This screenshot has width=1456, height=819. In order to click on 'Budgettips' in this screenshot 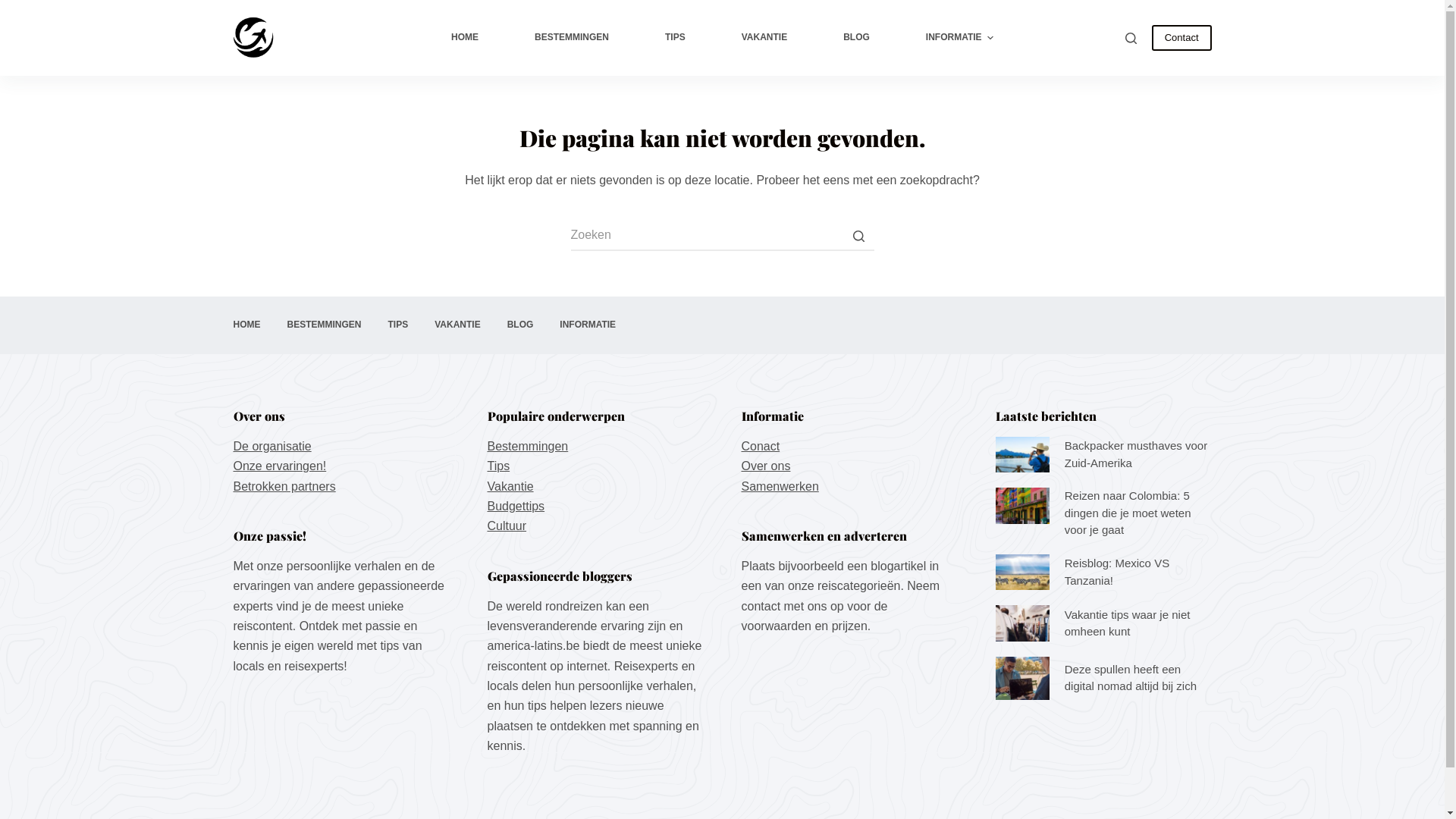, I will do `click(516, 506)`.